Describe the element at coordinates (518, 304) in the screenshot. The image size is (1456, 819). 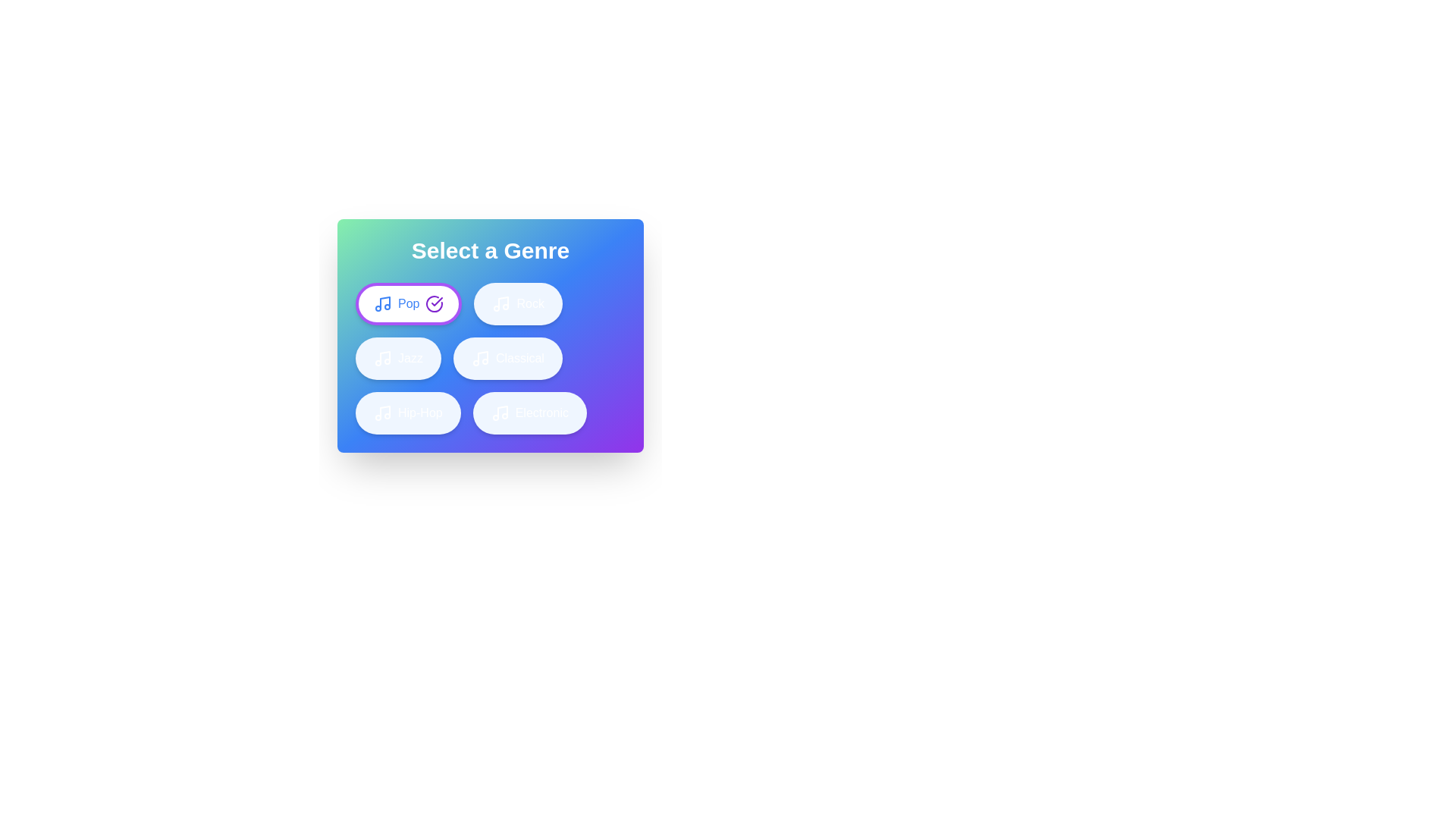
I see `the 'Rock' genre button, which is the second button in the first row of genre options` at that location.